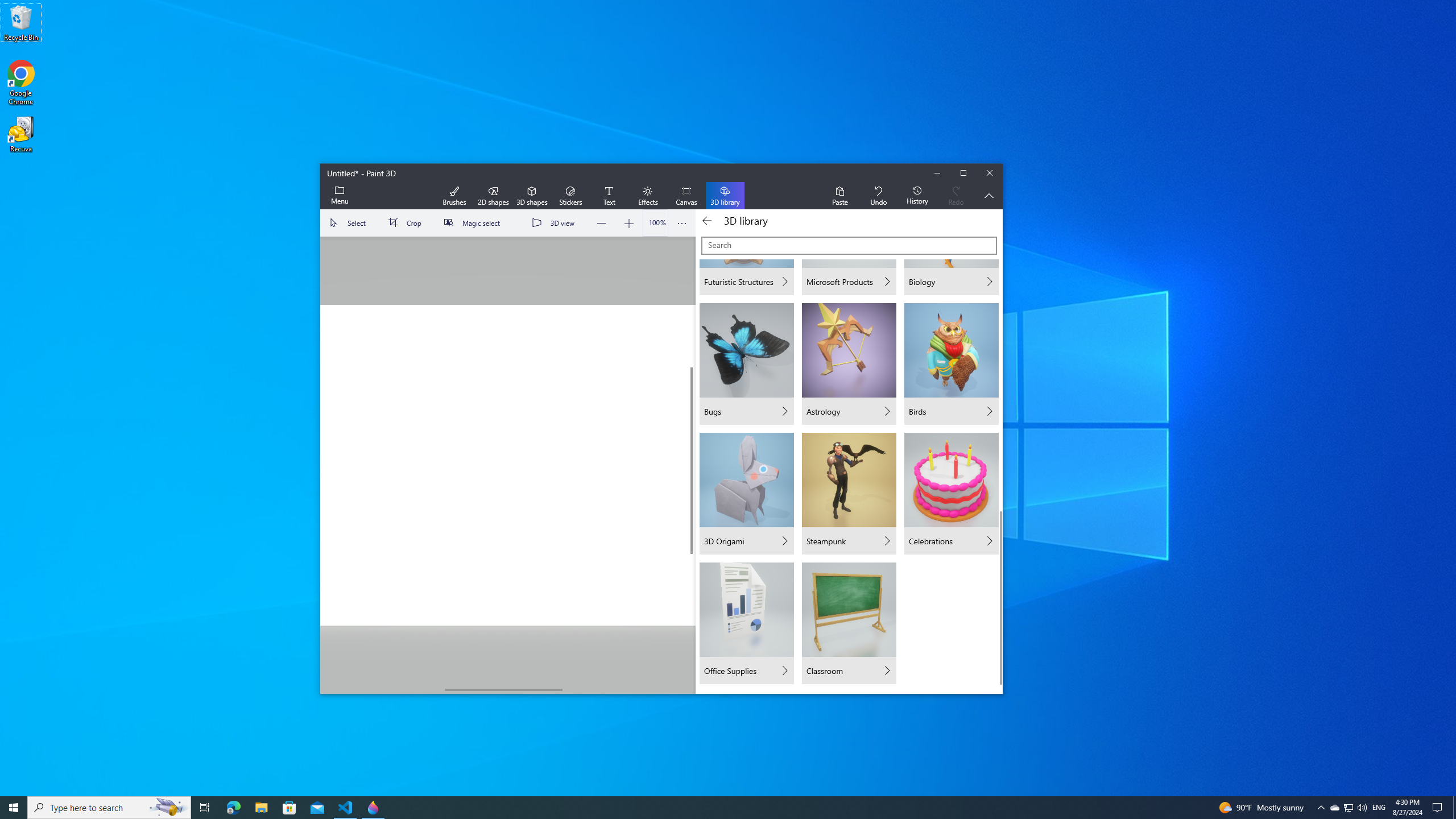 The height and width of the screenshot is (819, 1456). I want to click on 'Google Chrome', so click(20, 82).